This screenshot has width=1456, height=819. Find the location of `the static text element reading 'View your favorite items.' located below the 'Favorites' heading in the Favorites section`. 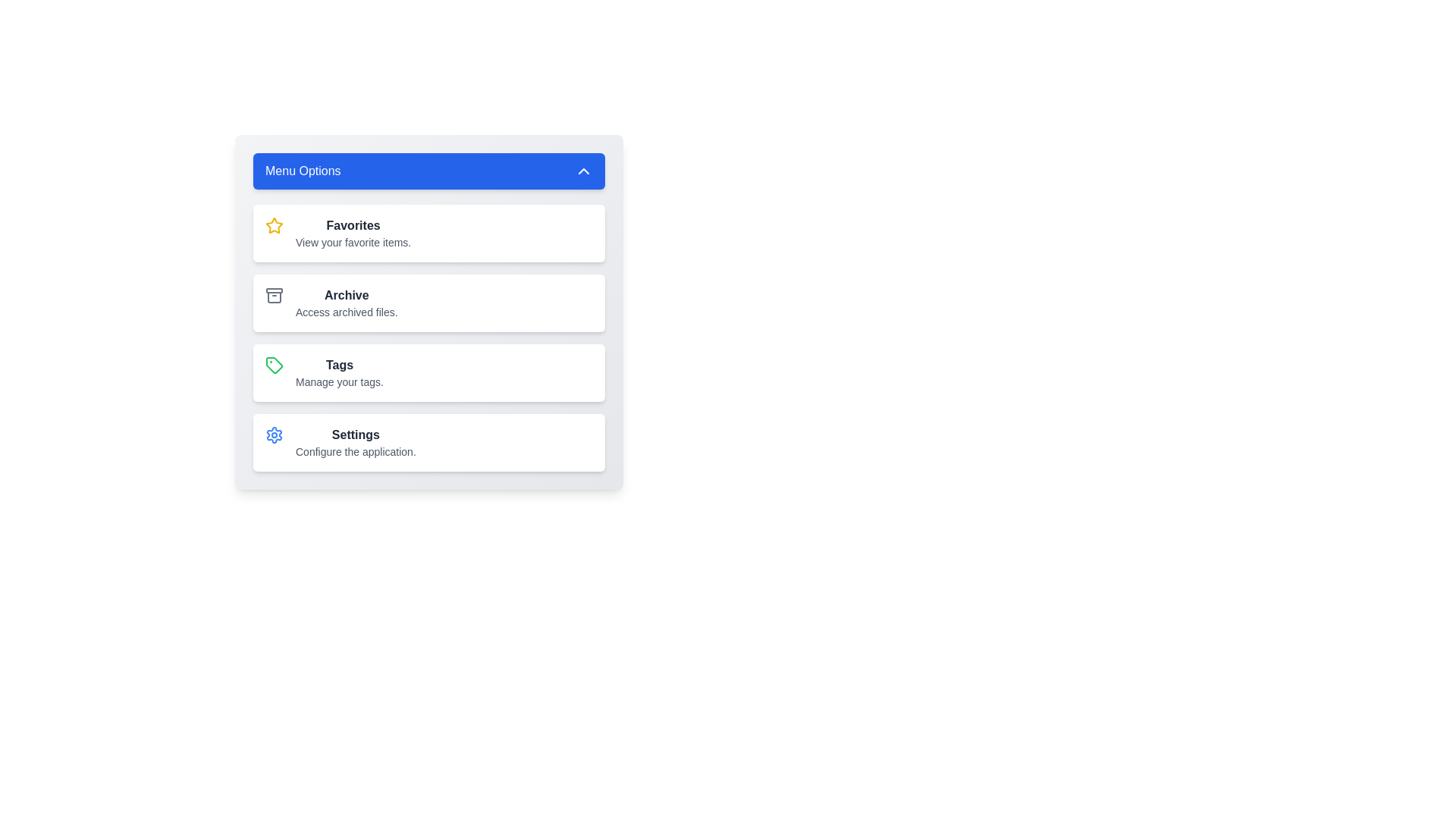

the static text element reading 'View your favorite items.' located below the 'Favorites' heading in the Favorites section is located at coordinates (353, 242).